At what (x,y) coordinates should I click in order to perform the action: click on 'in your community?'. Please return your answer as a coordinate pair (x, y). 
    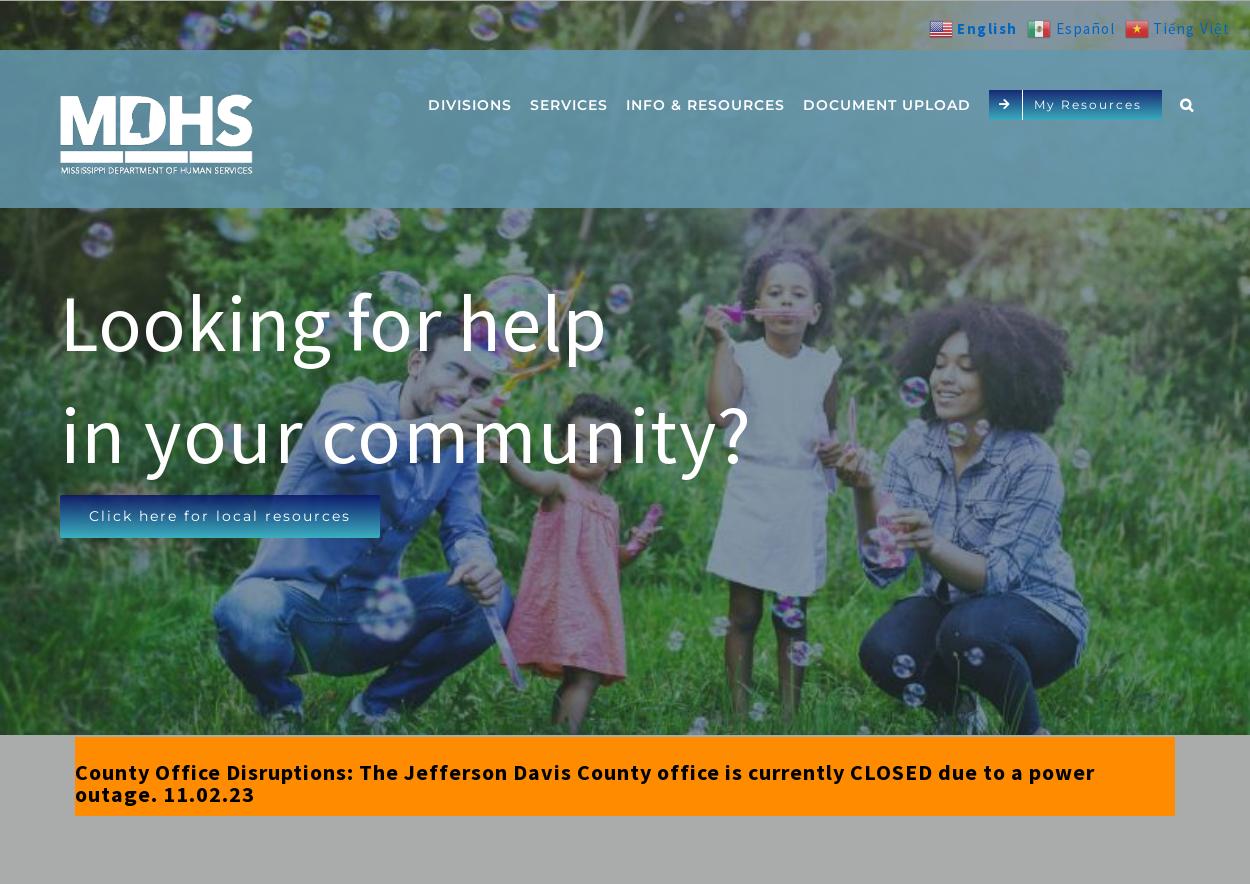
    Looking at the image, I should click on (59, 433).